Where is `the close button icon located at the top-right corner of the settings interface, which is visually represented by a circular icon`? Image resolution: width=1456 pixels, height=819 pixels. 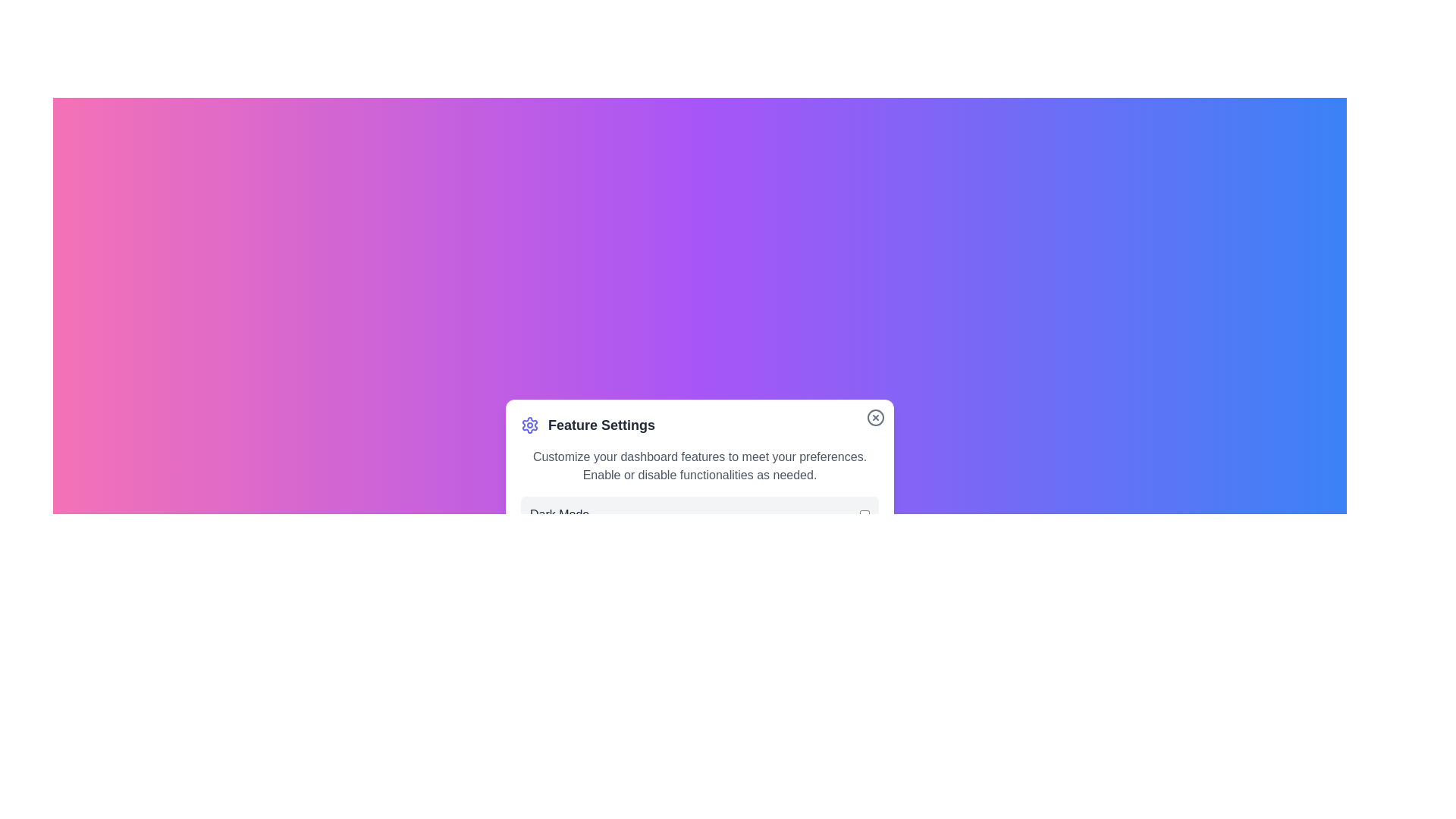 the close button icon located at the top-right corner of the settings interface, which is visually represented by a circular icon is located at coordinates (876, 418).